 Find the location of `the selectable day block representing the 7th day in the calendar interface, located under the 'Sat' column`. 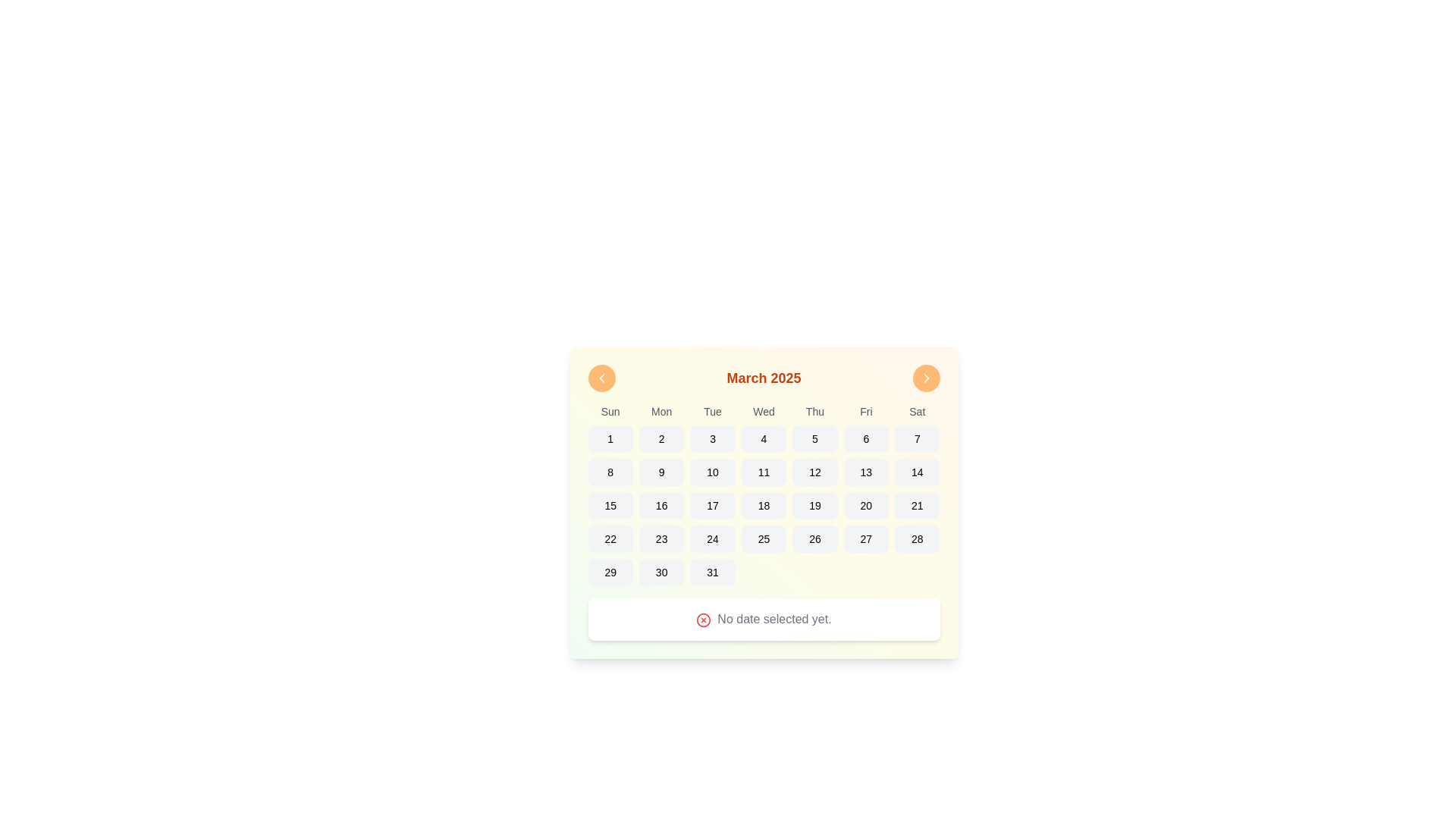

the selectable day block representing the 7th day in the calendar interface, located under the 'Sat' column is located at coordinates (916, 438).